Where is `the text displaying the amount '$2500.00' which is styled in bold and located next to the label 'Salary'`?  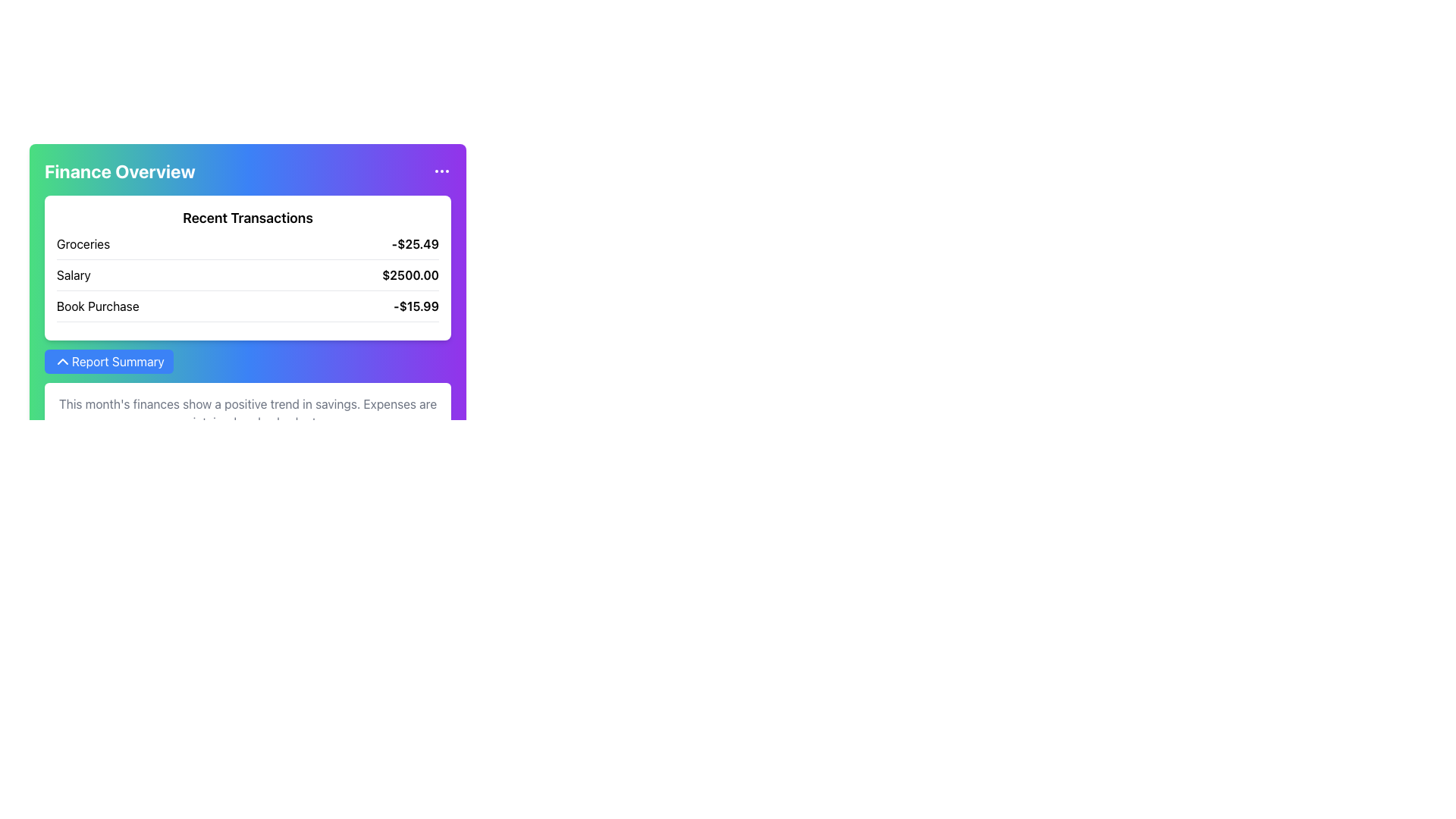
the text displaying the amount '$2500.00' which is styled in bold and located next to the label 'Salary' is located at coordinates (410, 275).